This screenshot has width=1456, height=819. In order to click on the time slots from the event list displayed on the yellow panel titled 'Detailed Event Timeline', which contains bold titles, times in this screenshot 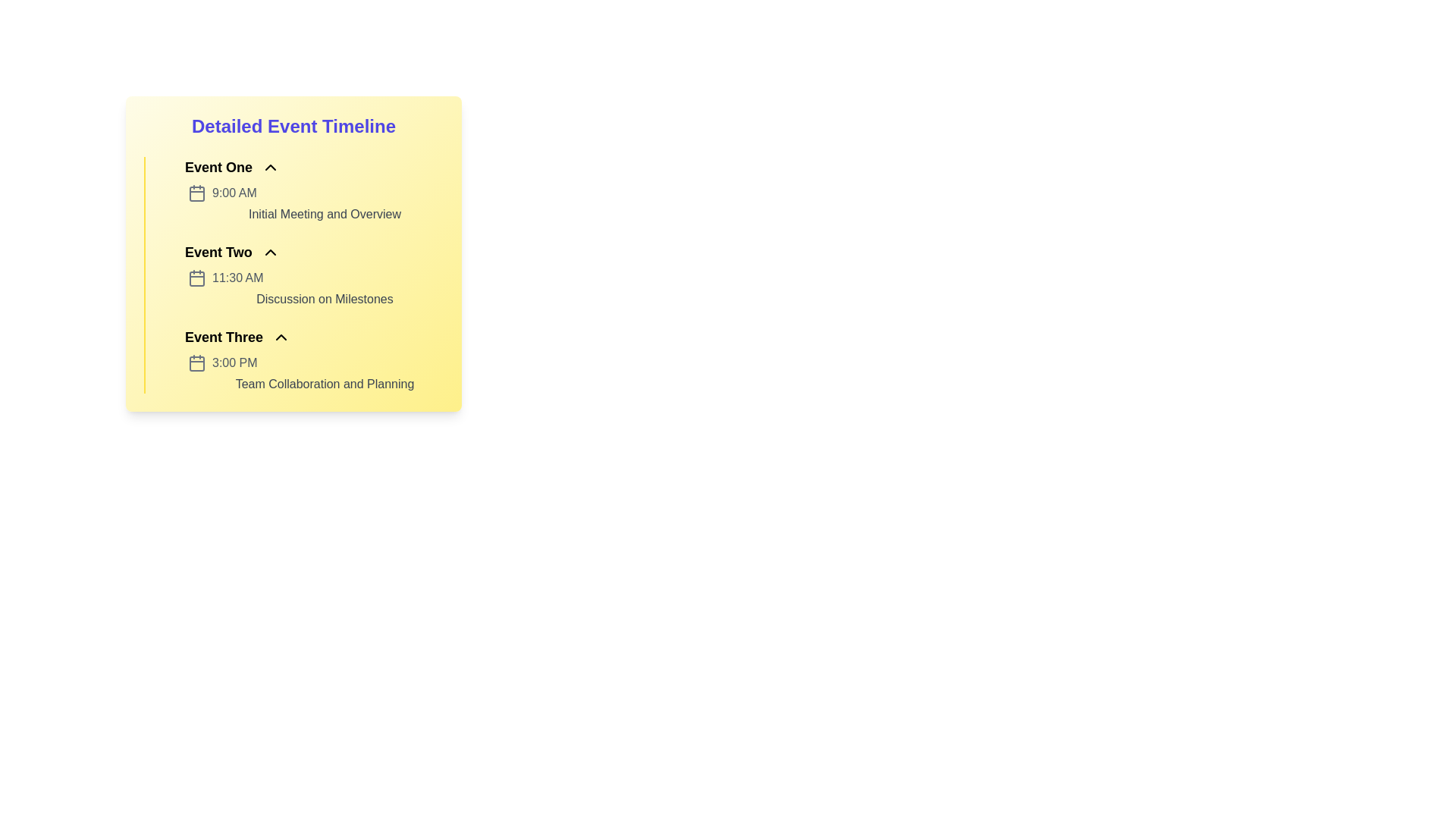, I will do `click(293, 275)`.